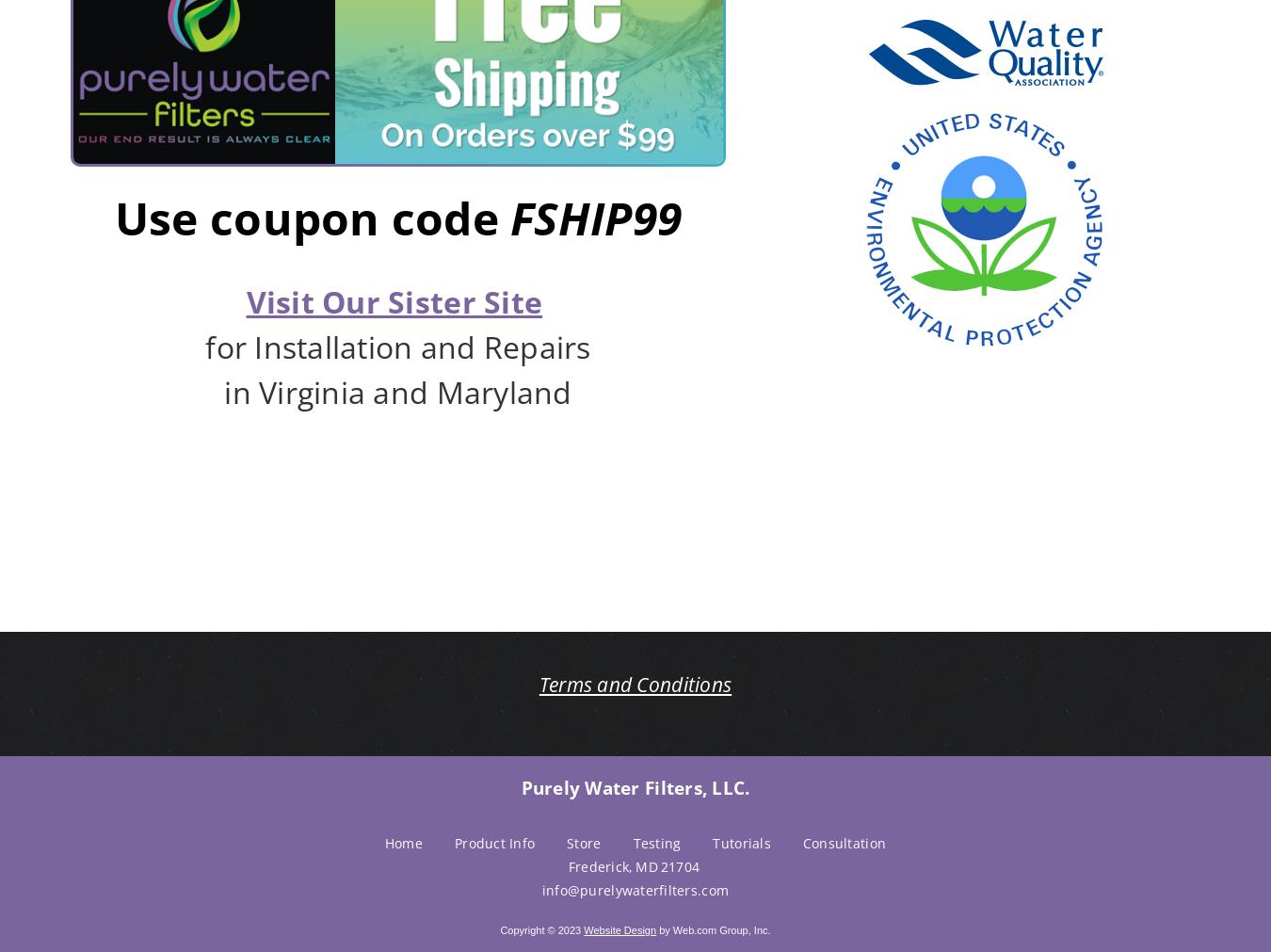 Image resolution: width=1271 pixels, height=952 pixels. I want to click on 'Home', so click(403, 842).